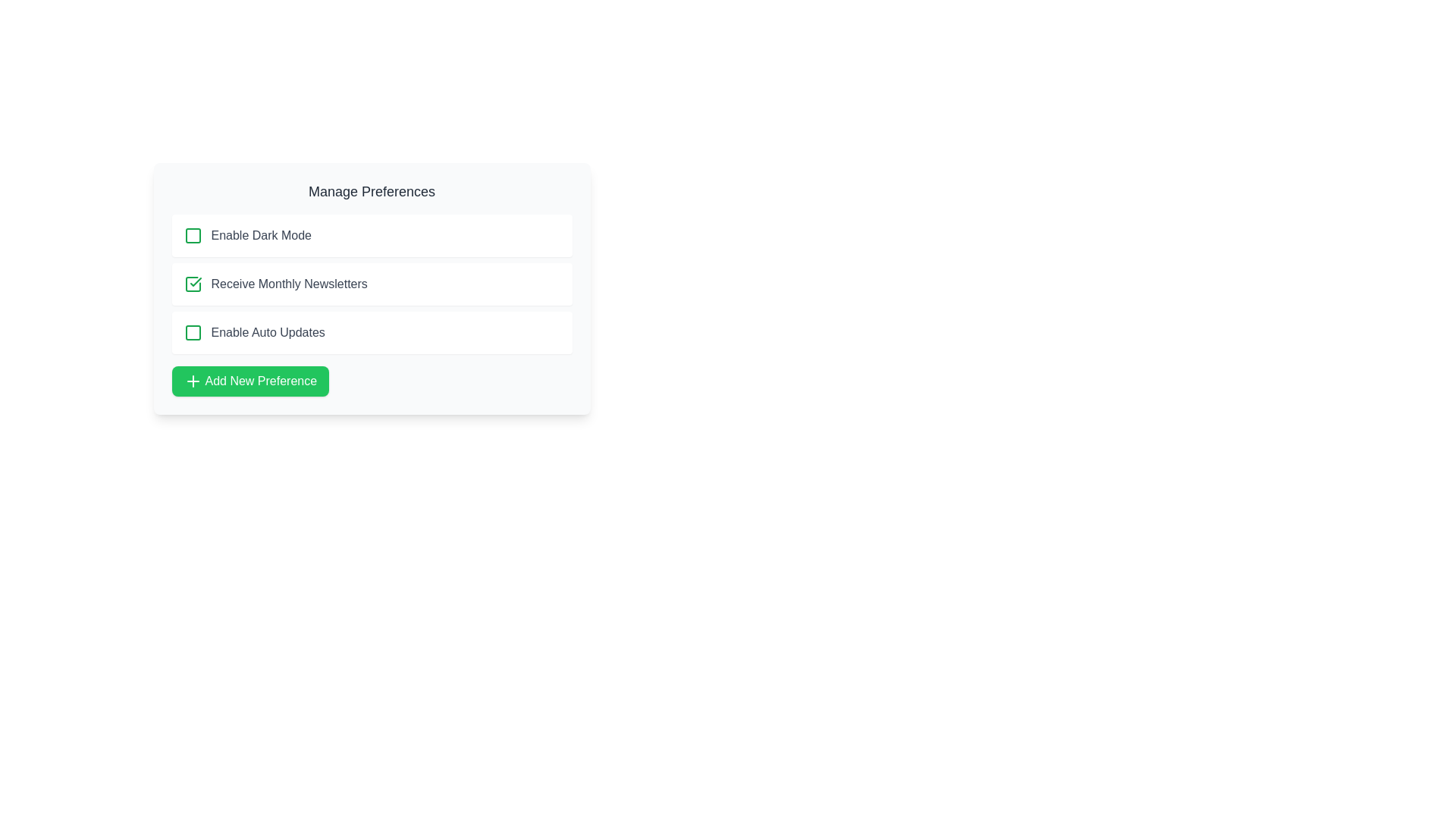 The image size is (1456, 819). Describe the element at coordinates (372, 236) in the screenshot. I see `the first list item with a checkbox for 'Enable Dark Mode' to toggle its preference` at that location.